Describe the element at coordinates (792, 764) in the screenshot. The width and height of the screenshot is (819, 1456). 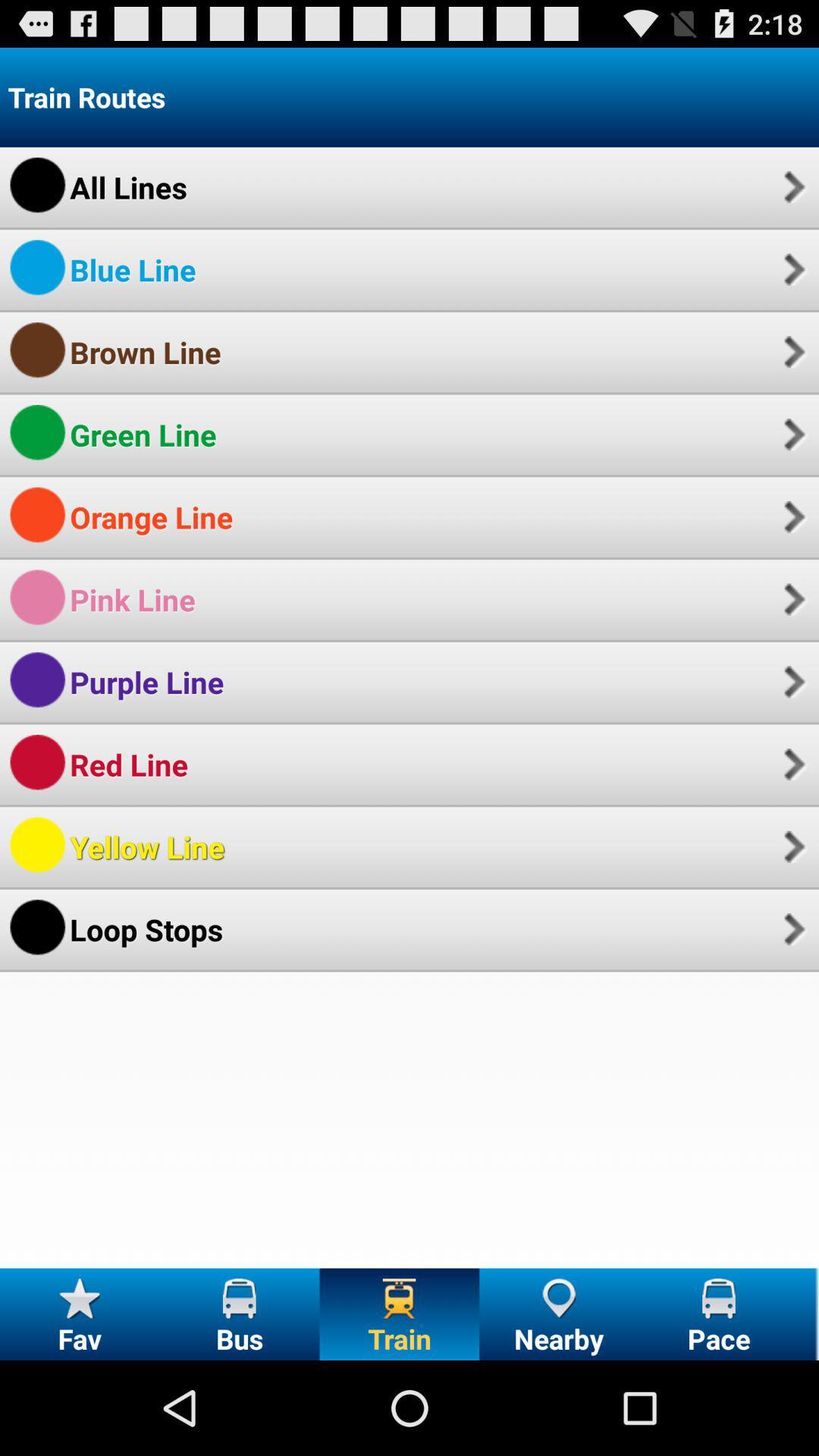
I see `app next to the red line item` at that location.